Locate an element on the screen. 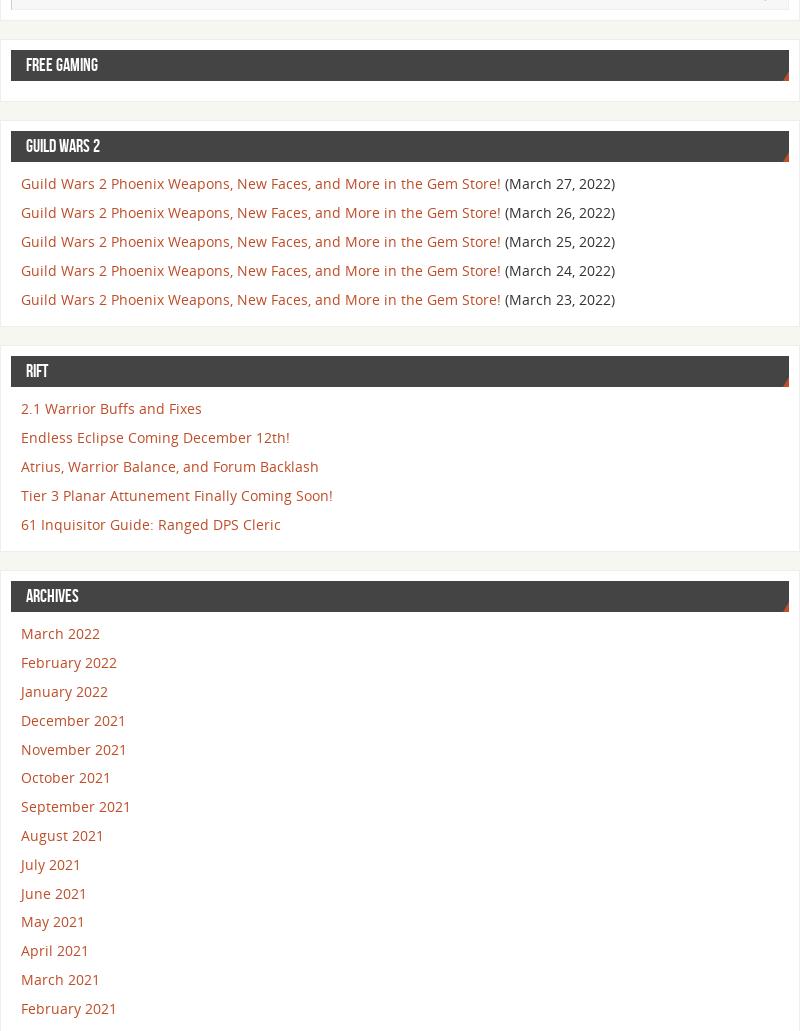 This screenshot has height=1031, width=800. 'October 2021' is located at coordinates (65, 776).